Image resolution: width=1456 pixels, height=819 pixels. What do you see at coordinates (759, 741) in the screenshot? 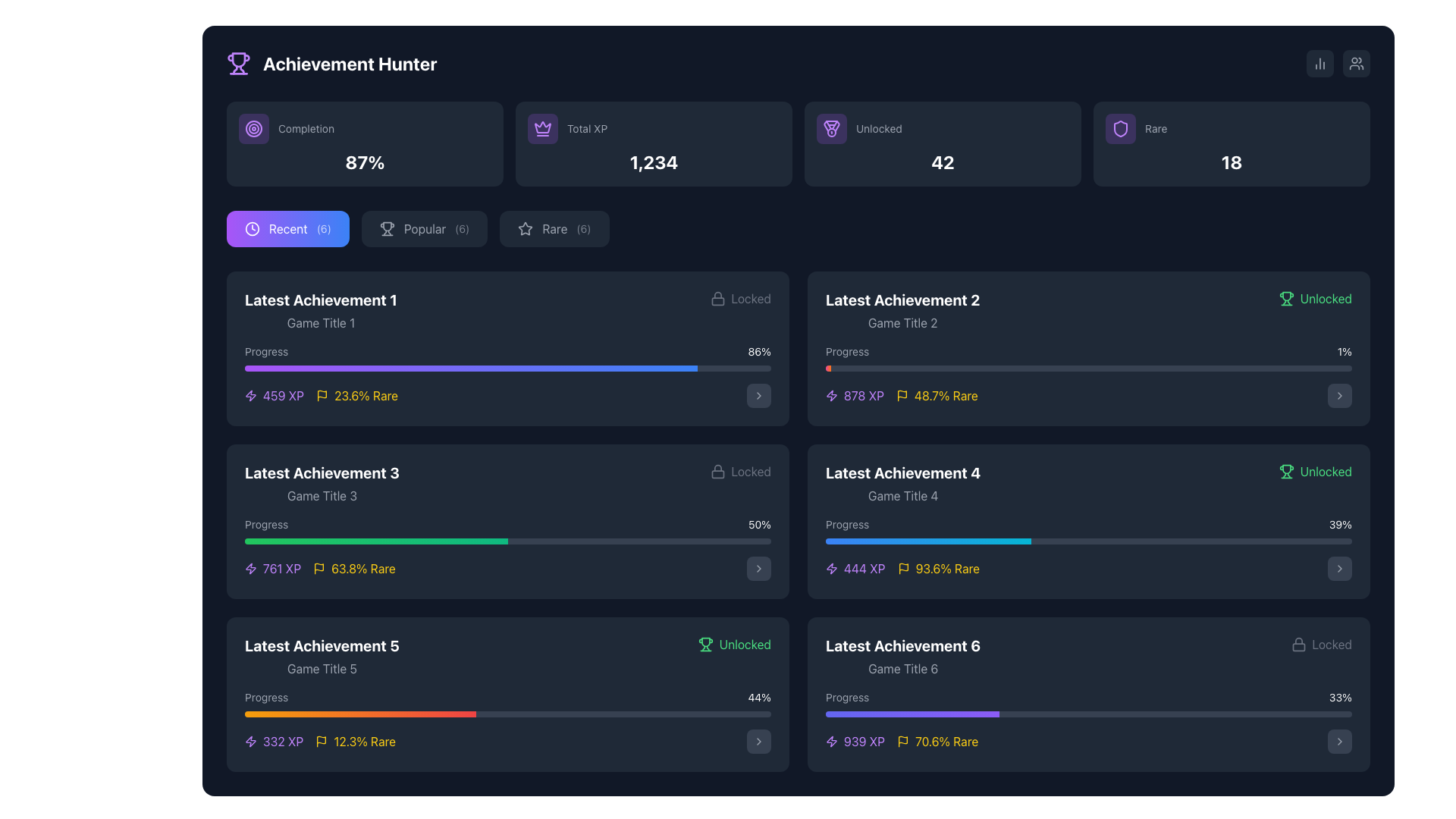
I see `the small rectangular button with rounded corners and a gray background, located at the far-right of the row labeled 'Latest Achievement 5'` at bounding box center [759, 741].